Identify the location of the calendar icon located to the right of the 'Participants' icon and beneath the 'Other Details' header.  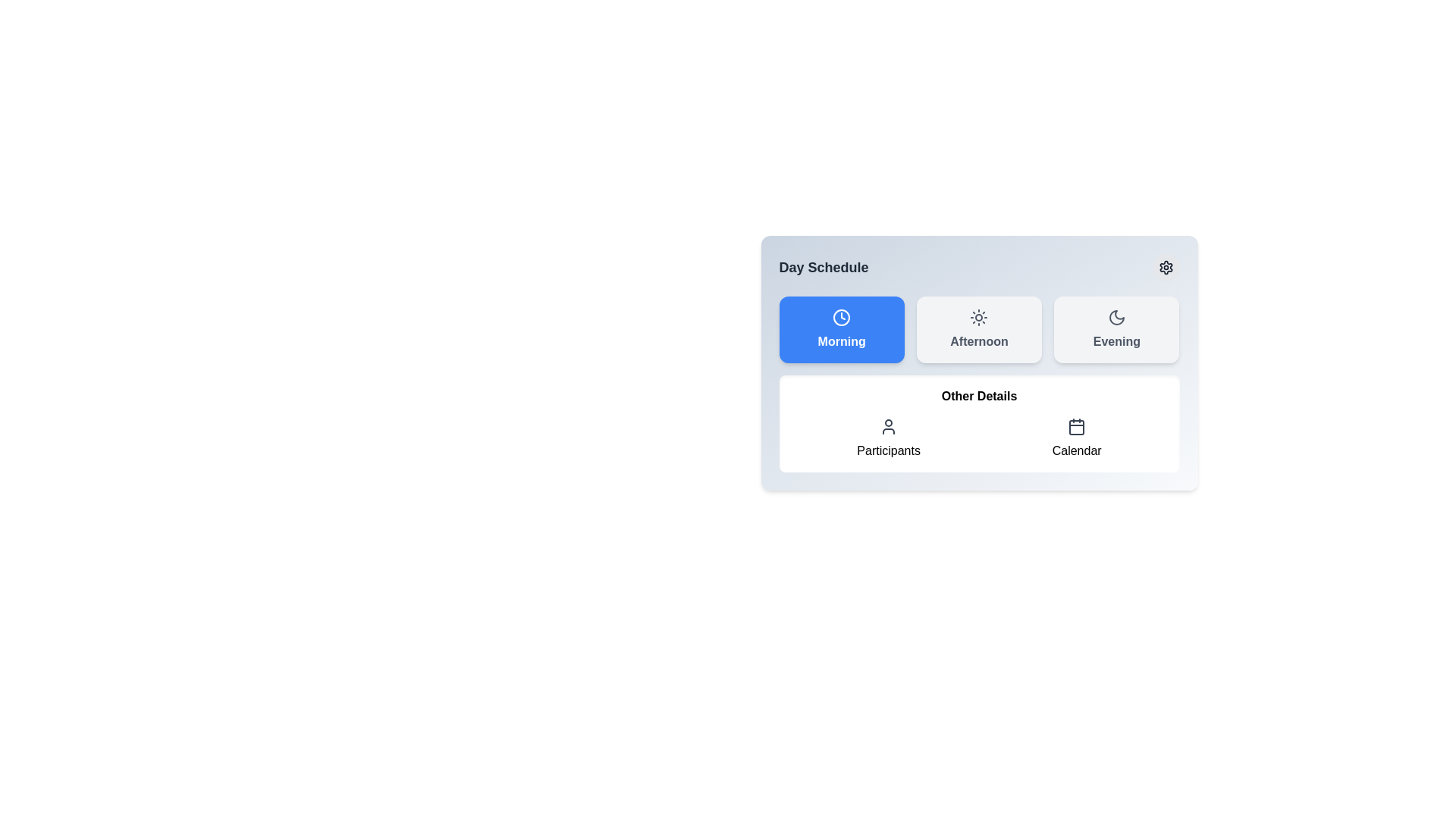
(1076, 427).